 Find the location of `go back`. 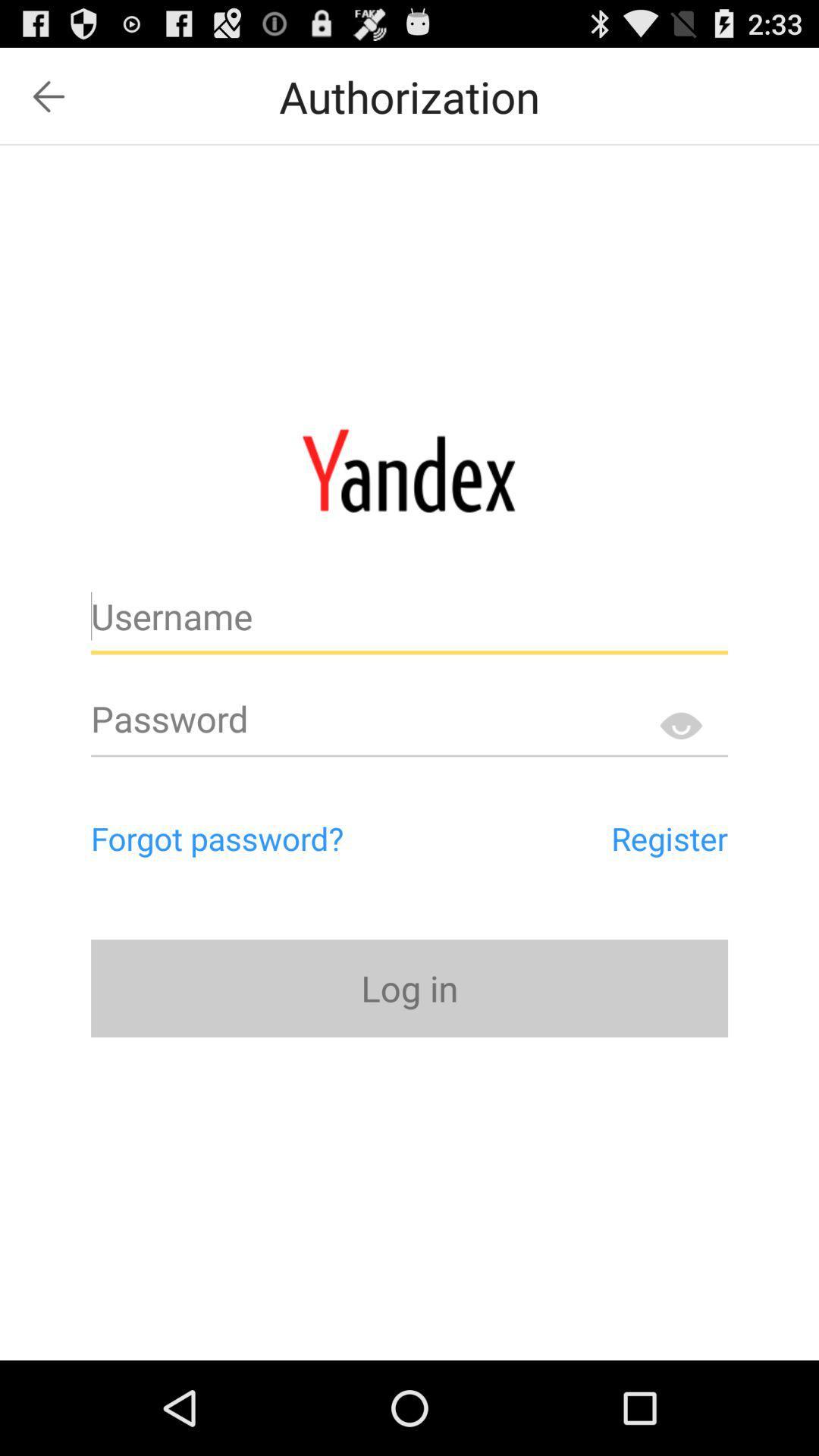

go back is located at coordinates (48, 96).